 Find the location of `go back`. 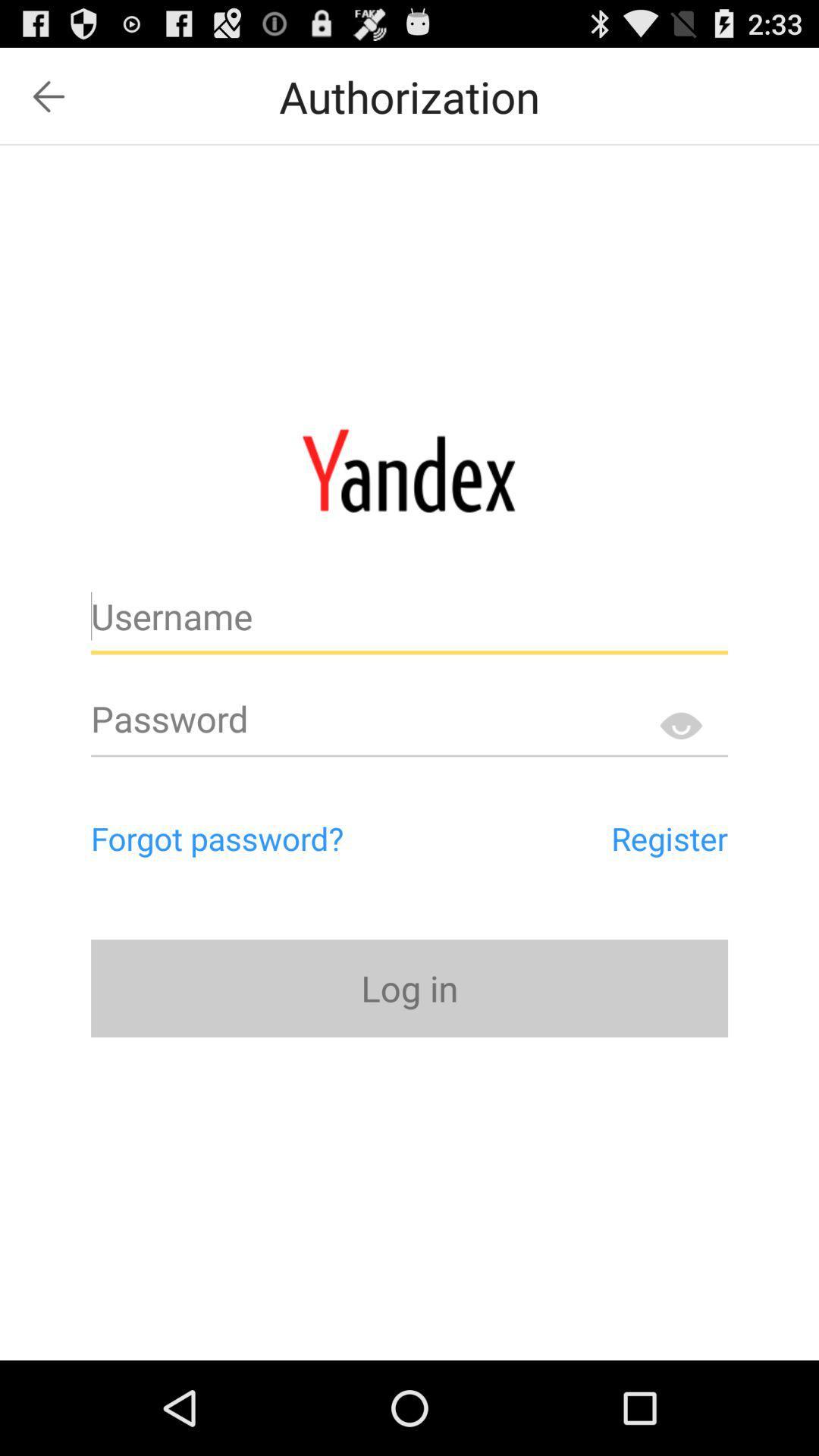

go back is located at coordinates (48, 96).